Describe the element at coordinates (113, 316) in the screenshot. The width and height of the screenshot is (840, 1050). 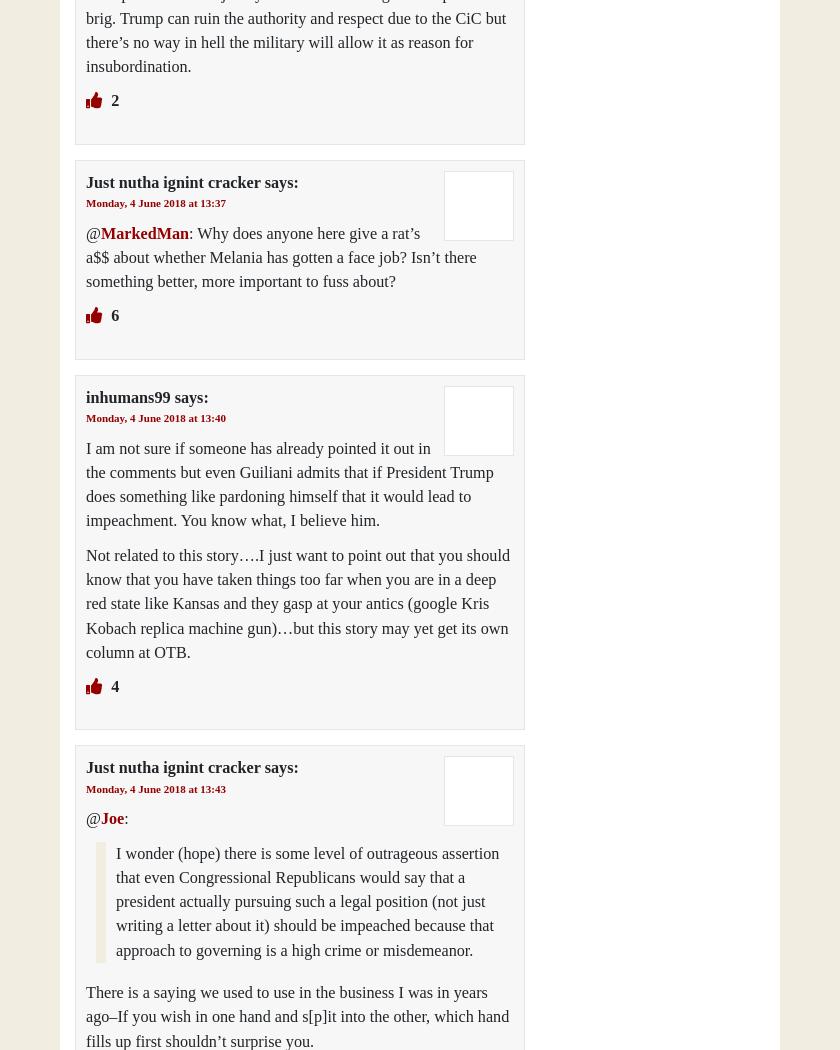
I see `'6'` at that location.